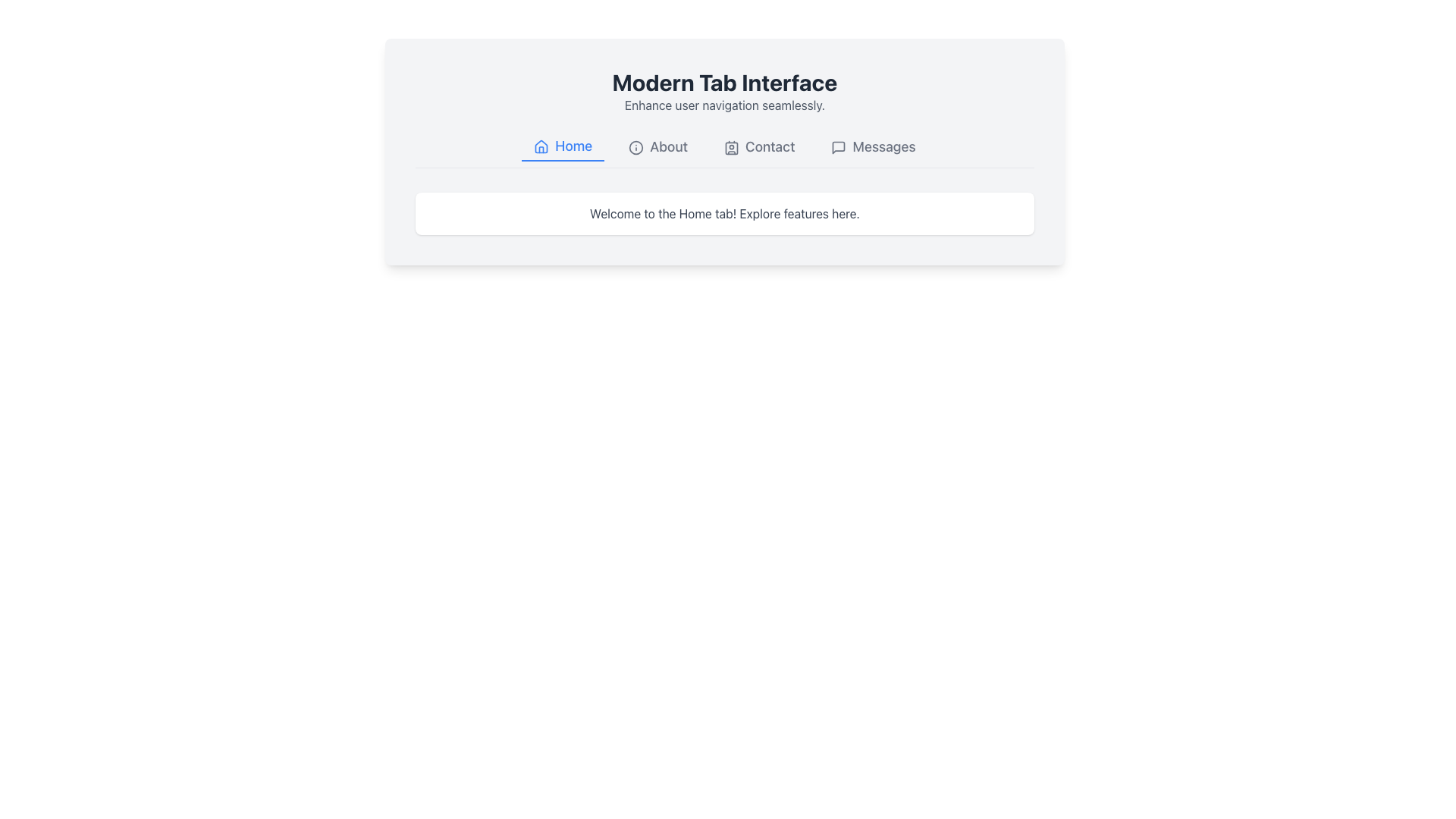 The image size is (1456, 819). I want to click on the SVG house icon representing the 'Home' navigation tab, located to the left of the 'Home' label in the navigation bar, so click(541, 146).